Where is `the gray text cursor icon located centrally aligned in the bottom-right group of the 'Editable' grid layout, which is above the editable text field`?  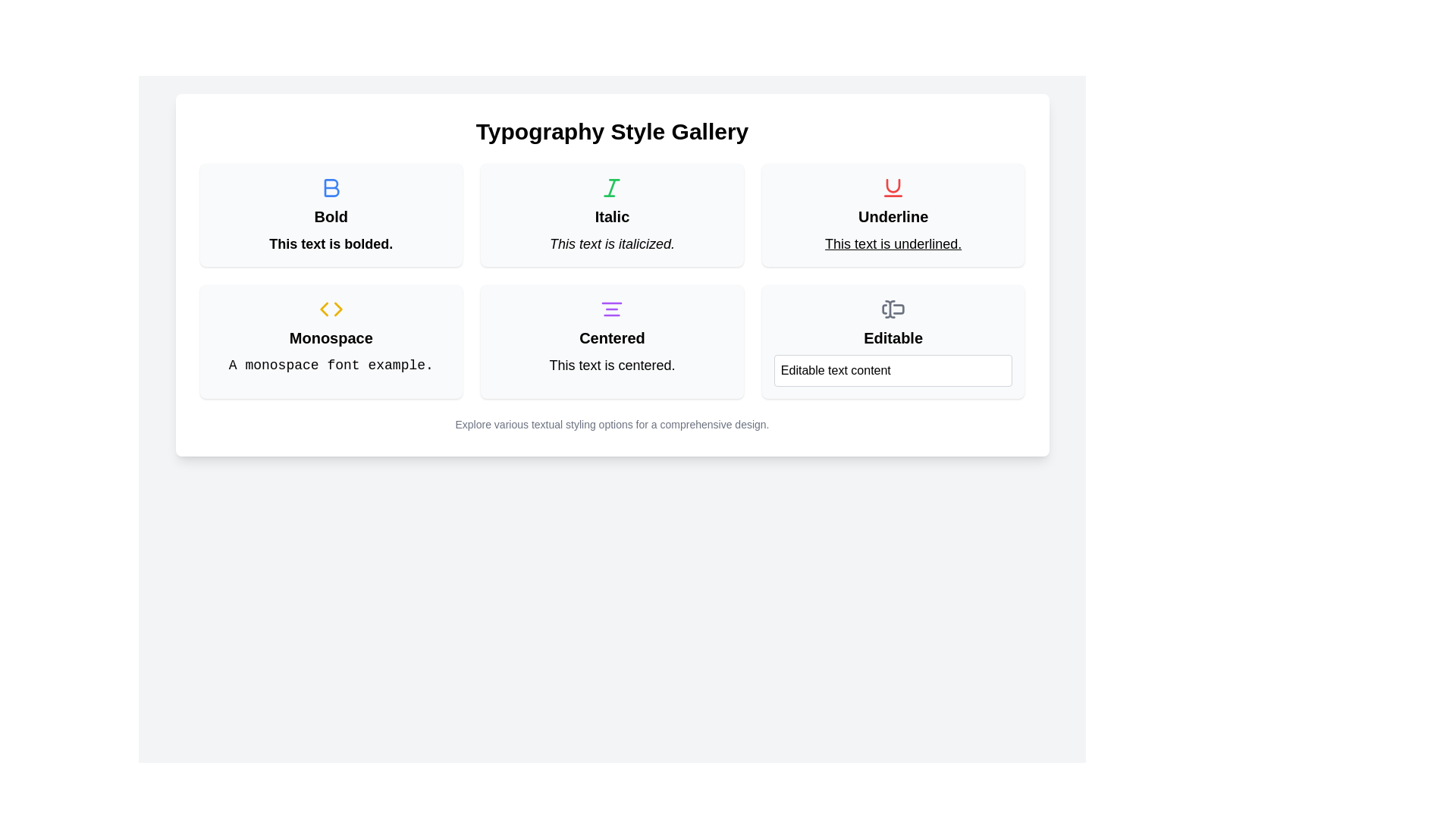
the gray text cursor icon located centrally aligned in the bottom-right group of the 'Editable' grid layout, which is above the editable text field is located at coordinates (893, 309).